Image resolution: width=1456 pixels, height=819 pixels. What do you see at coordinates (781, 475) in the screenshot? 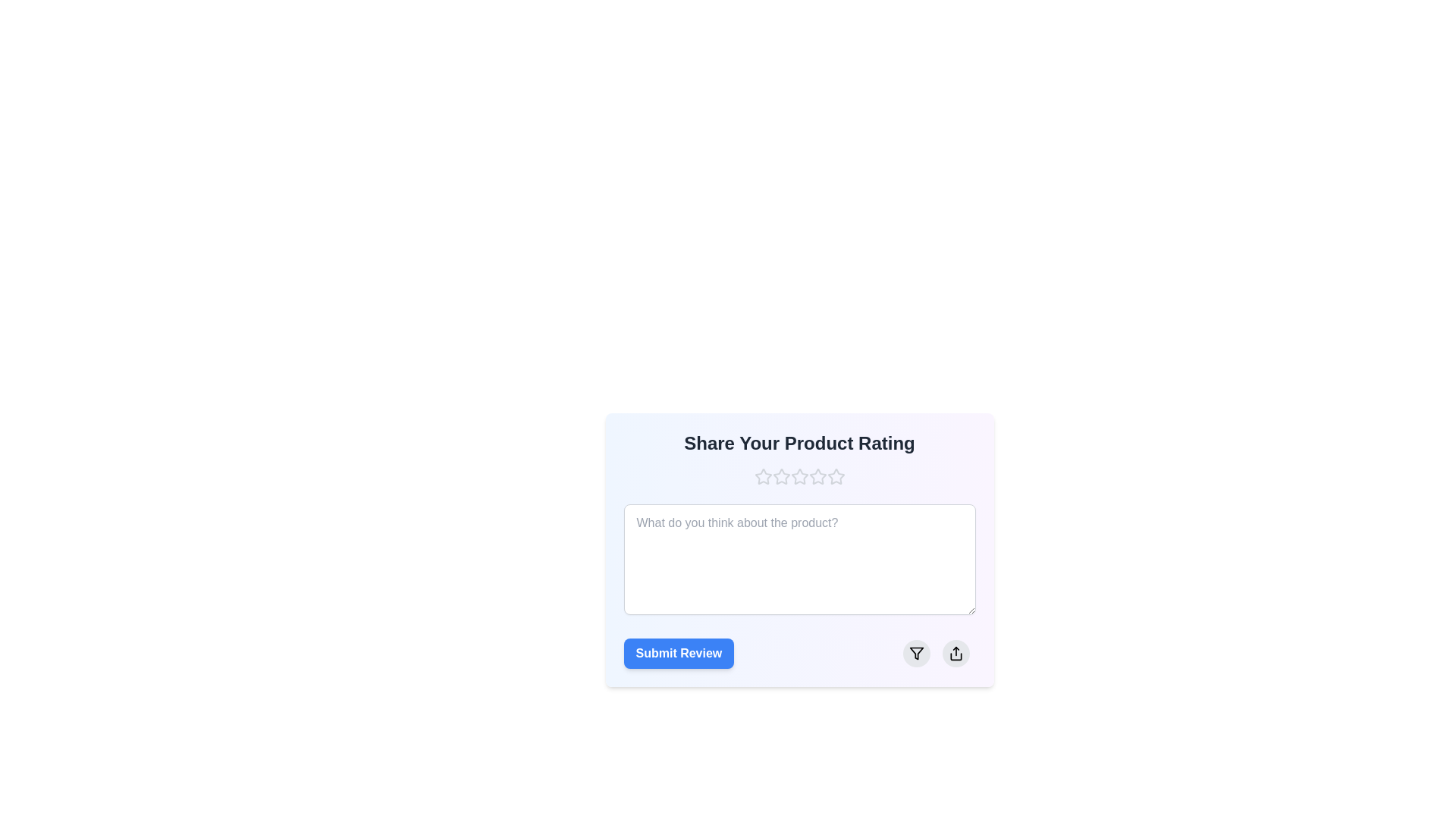
I see `the first star icon from the left in the rating system` at bounding box center [781, 475].